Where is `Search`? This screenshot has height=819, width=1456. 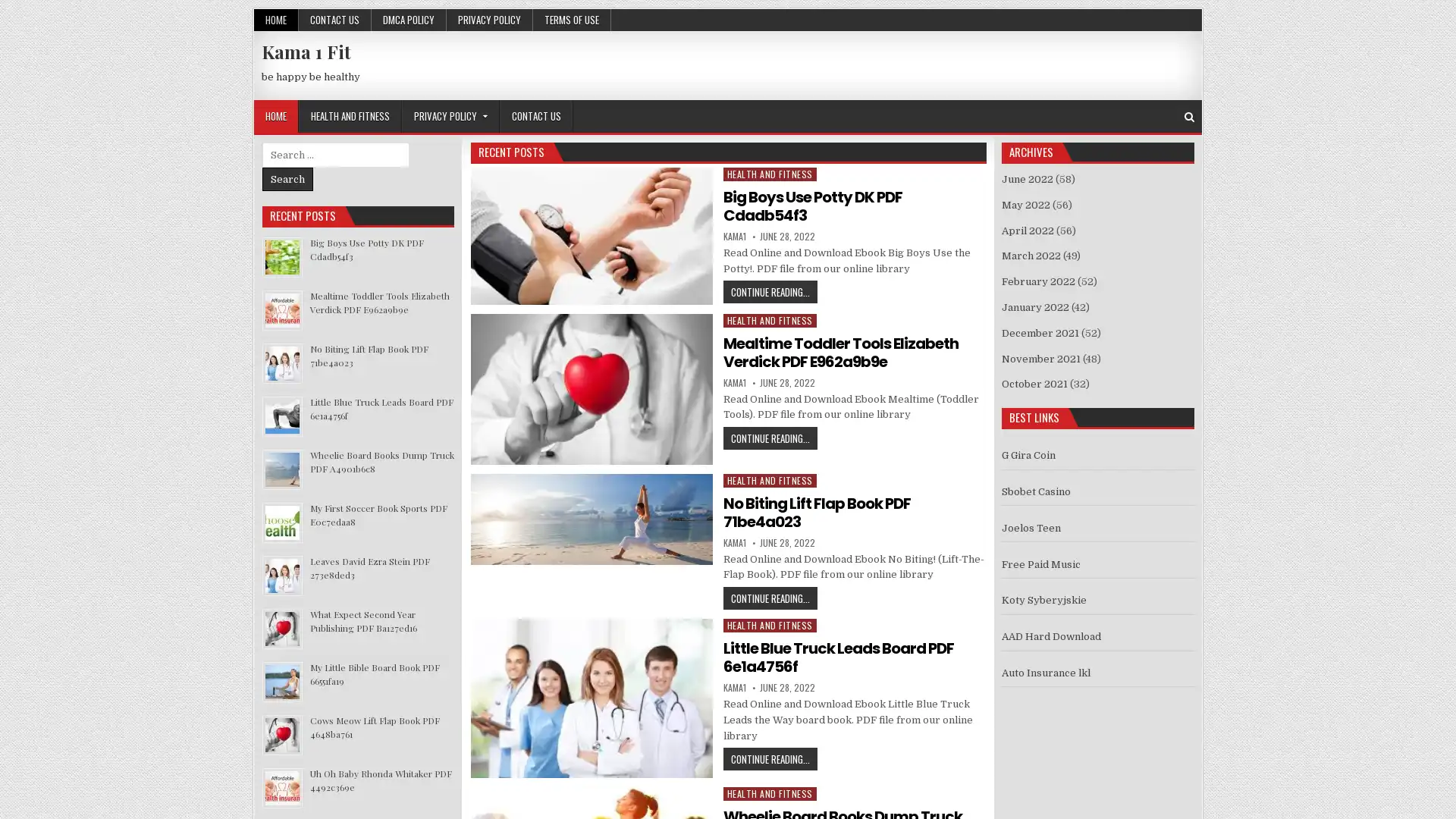 Search is located at coordinates (287, 178).